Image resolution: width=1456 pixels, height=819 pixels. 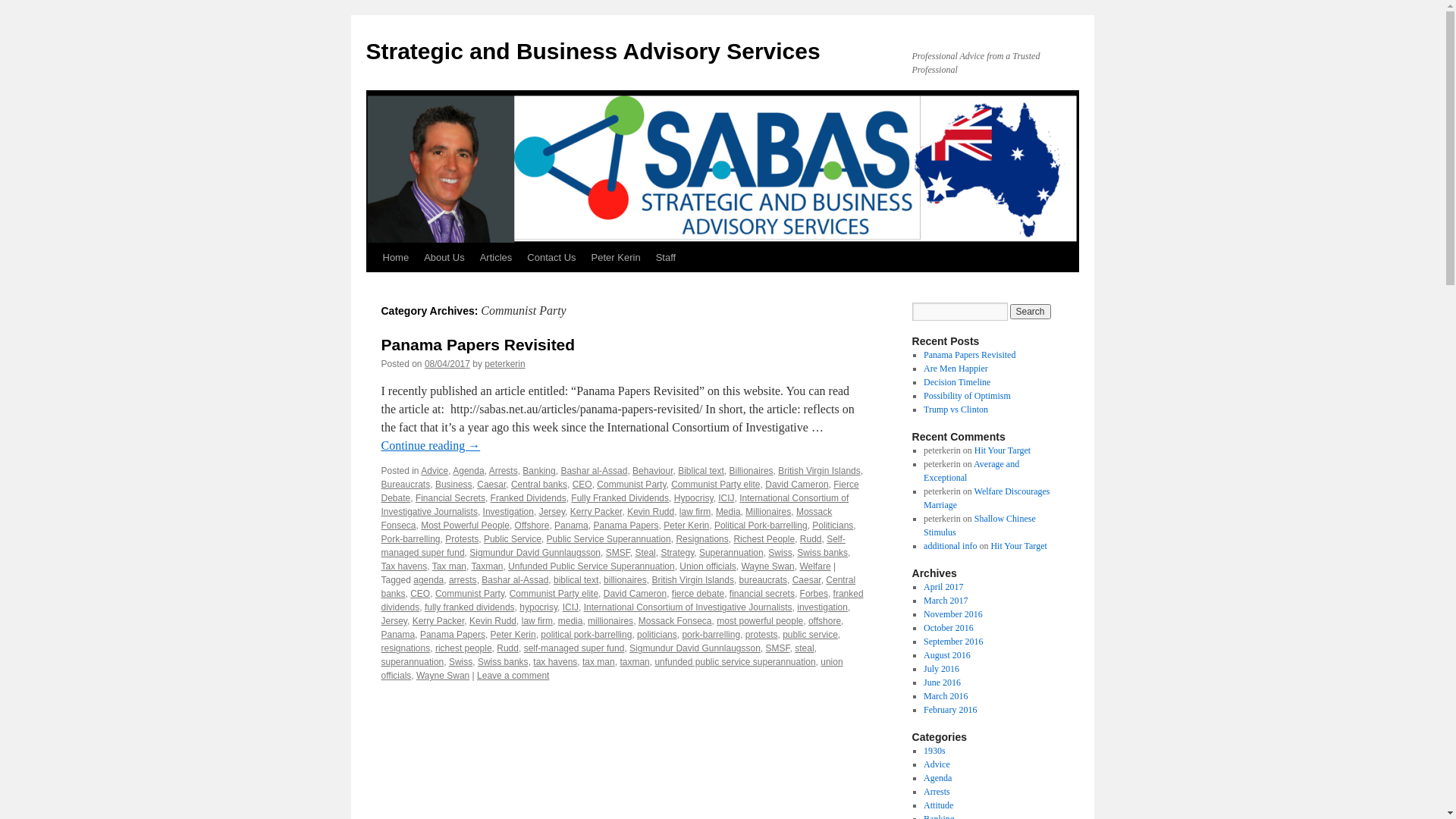 I want to click on 'ICIJ', so click(x=725, y=497).